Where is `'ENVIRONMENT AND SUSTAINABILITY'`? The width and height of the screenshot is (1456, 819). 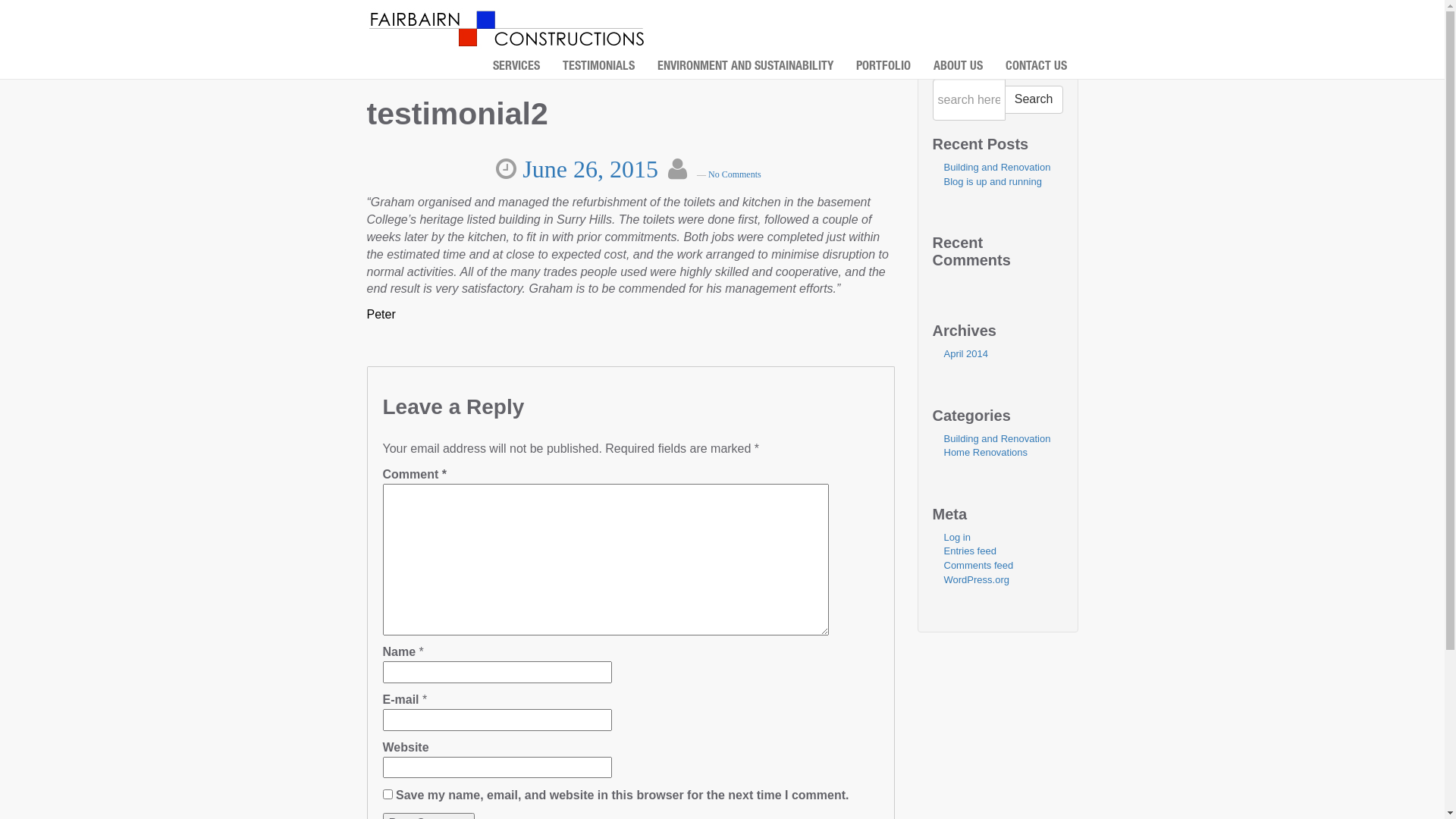 'ENVIRONMENT AND SUSTAINABILITY' is located at coordinates (745, 66).